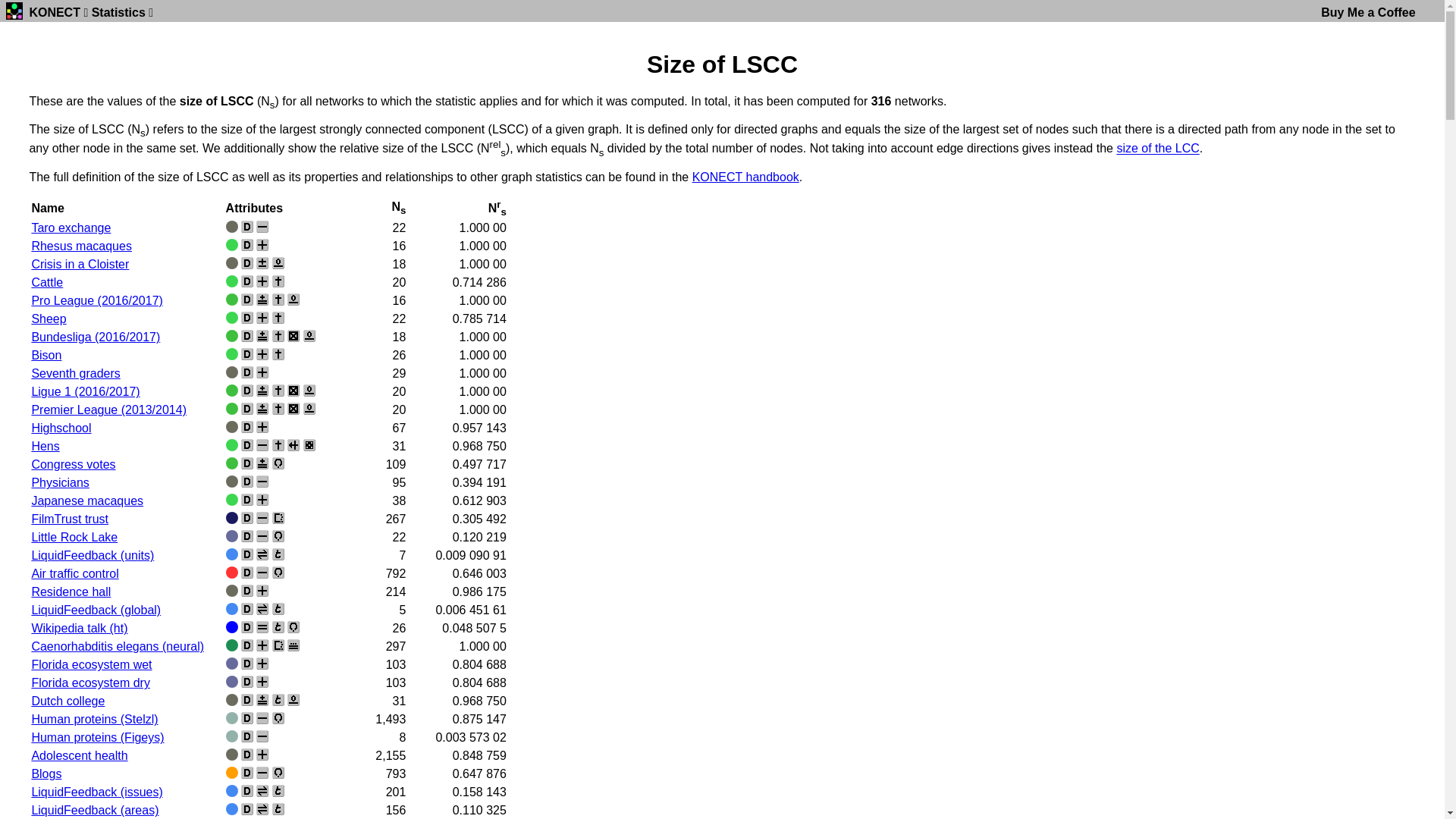  What do you see at coordinates (240, 244) in the screenshot?
I see `'Unipartite, directed'` at bounding box center [240, 244].